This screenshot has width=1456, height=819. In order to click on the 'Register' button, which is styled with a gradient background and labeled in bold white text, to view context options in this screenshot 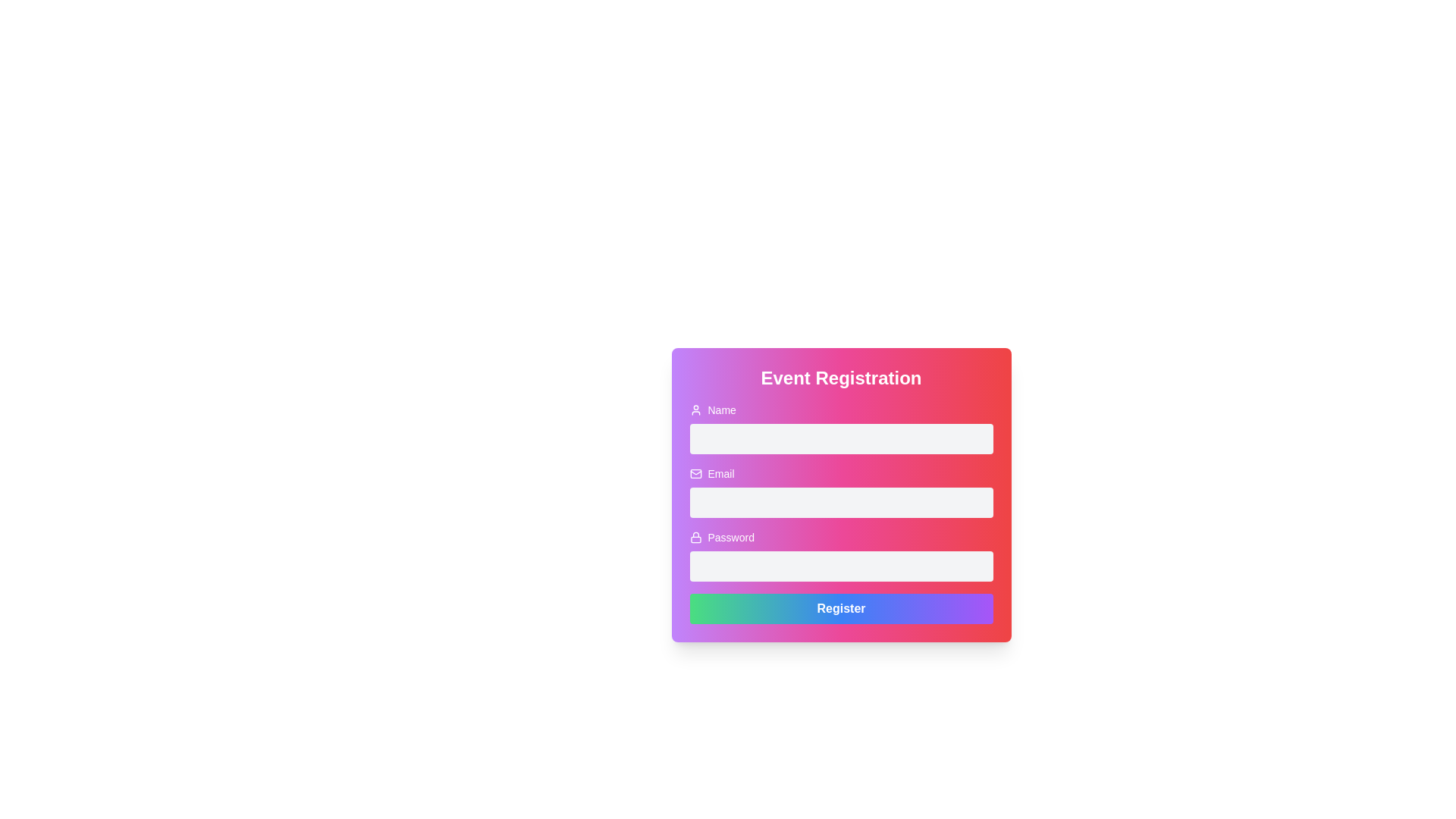, I will do `click(840, 607)`.